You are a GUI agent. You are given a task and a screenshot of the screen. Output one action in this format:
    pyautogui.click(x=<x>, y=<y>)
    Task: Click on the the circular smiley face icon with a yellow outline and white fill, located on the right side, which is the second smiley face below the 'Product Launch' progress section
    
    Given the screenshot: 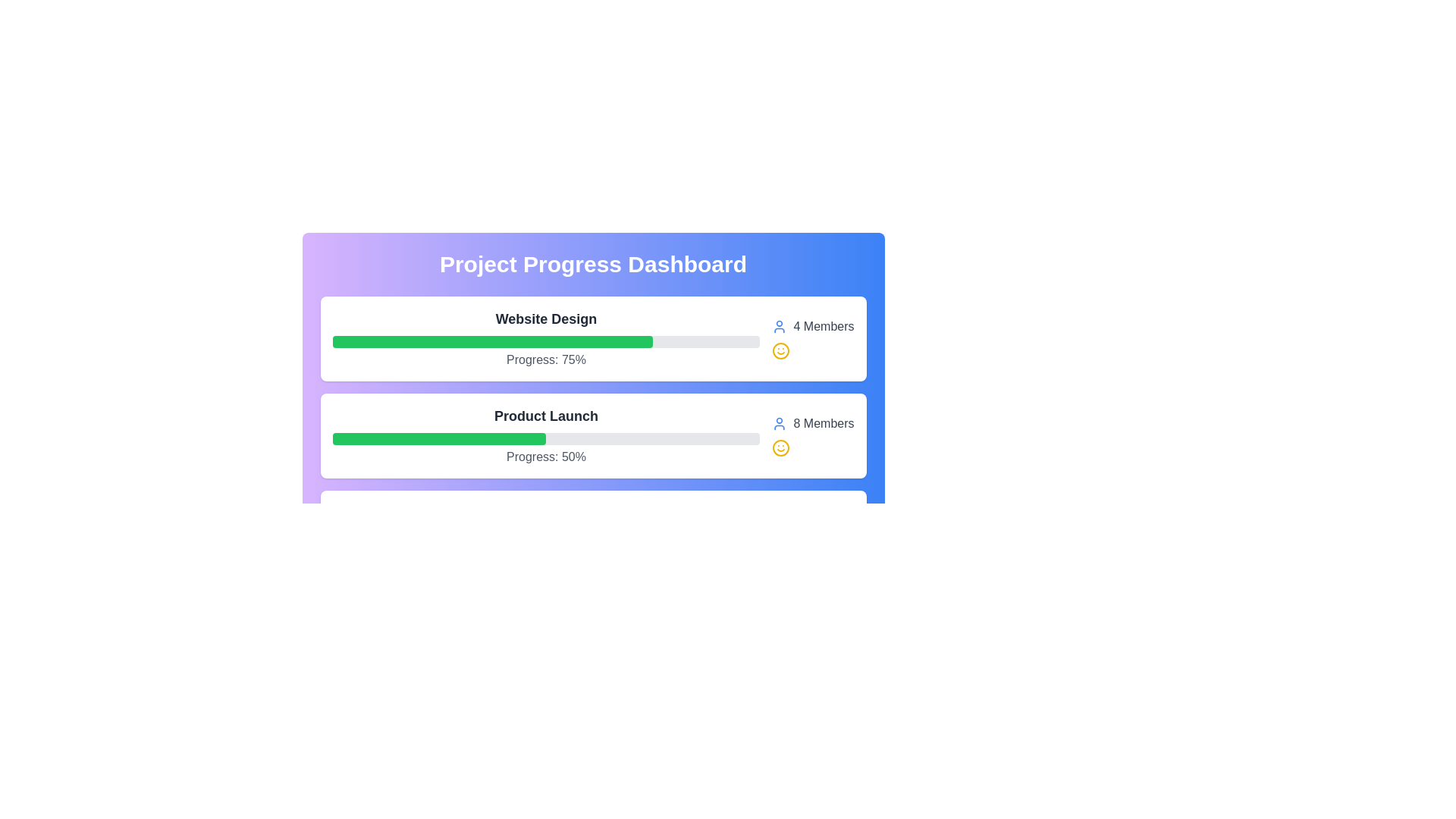 What is the action you would take?
    pyautogui.click(x=781, y=447)
    